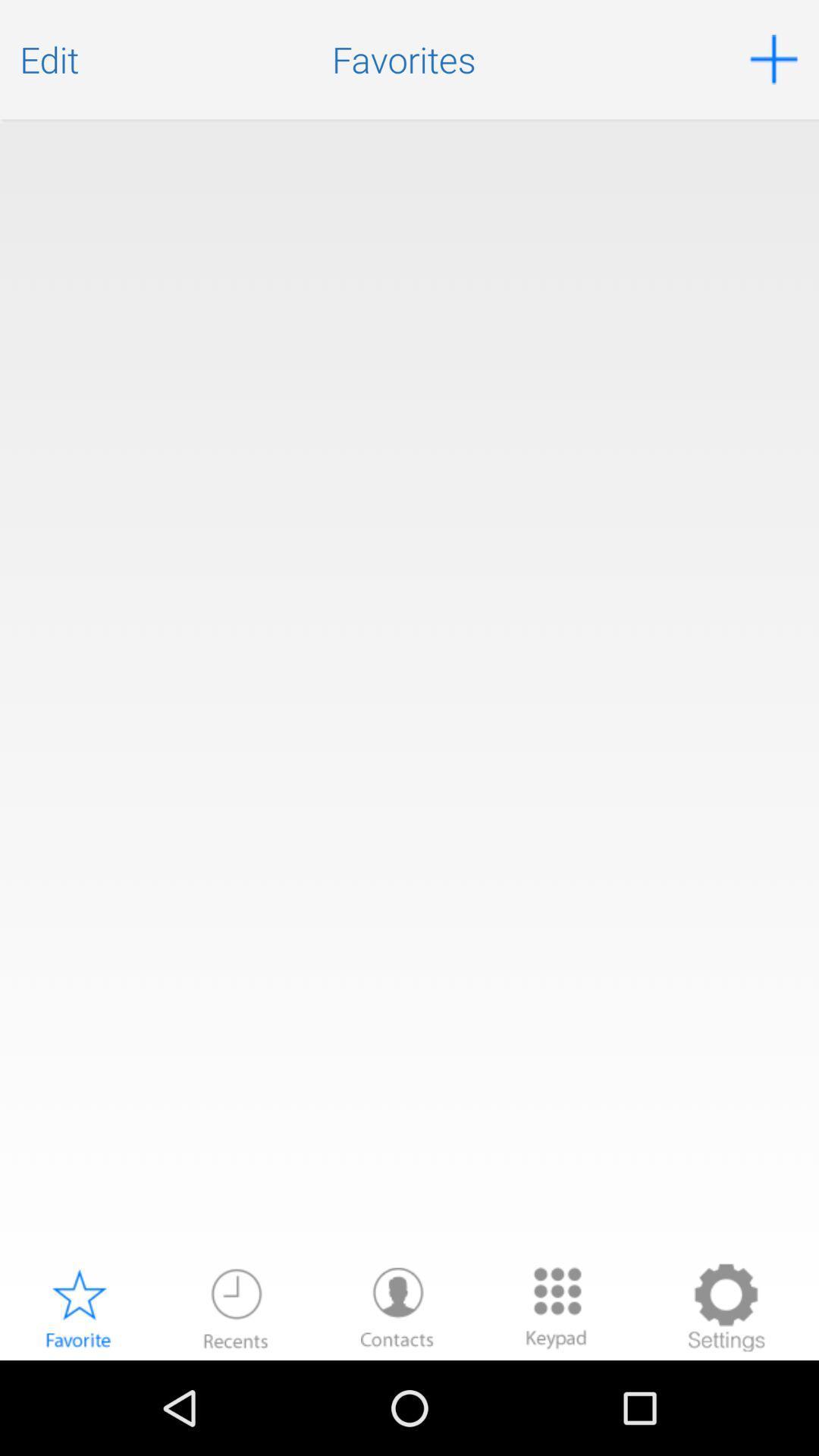  What do you see at coordinates (236, 1307) in the screenshot?
I see `recent` at bounding box center [236, 1307].